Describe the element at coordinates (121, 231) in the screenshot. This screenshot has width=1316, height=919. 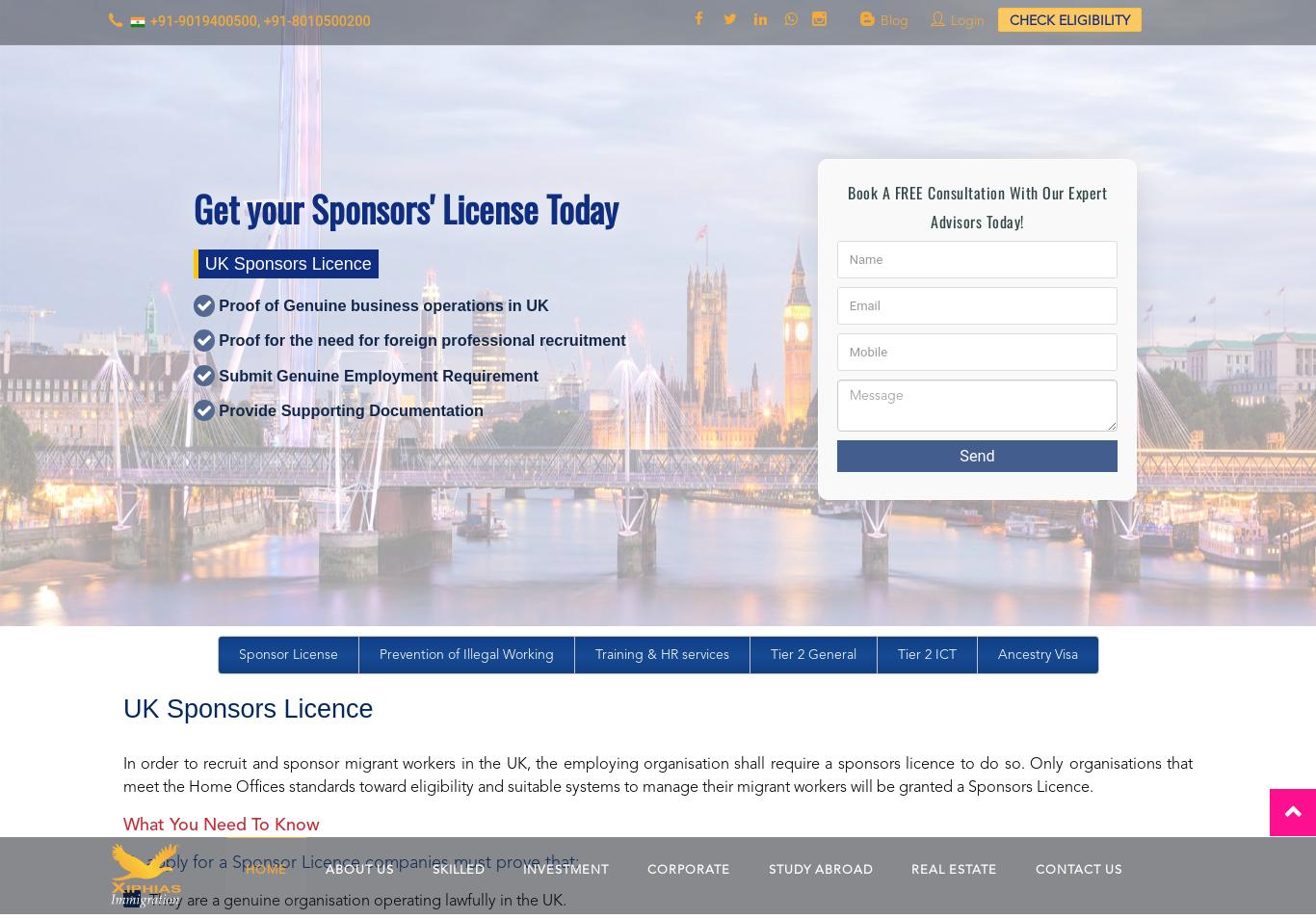
I see `'Companies must complete an online application and provide supporting documentation to meet the necessary evidential requirements. This must be supplied within five days of the initial application.'` at that location.